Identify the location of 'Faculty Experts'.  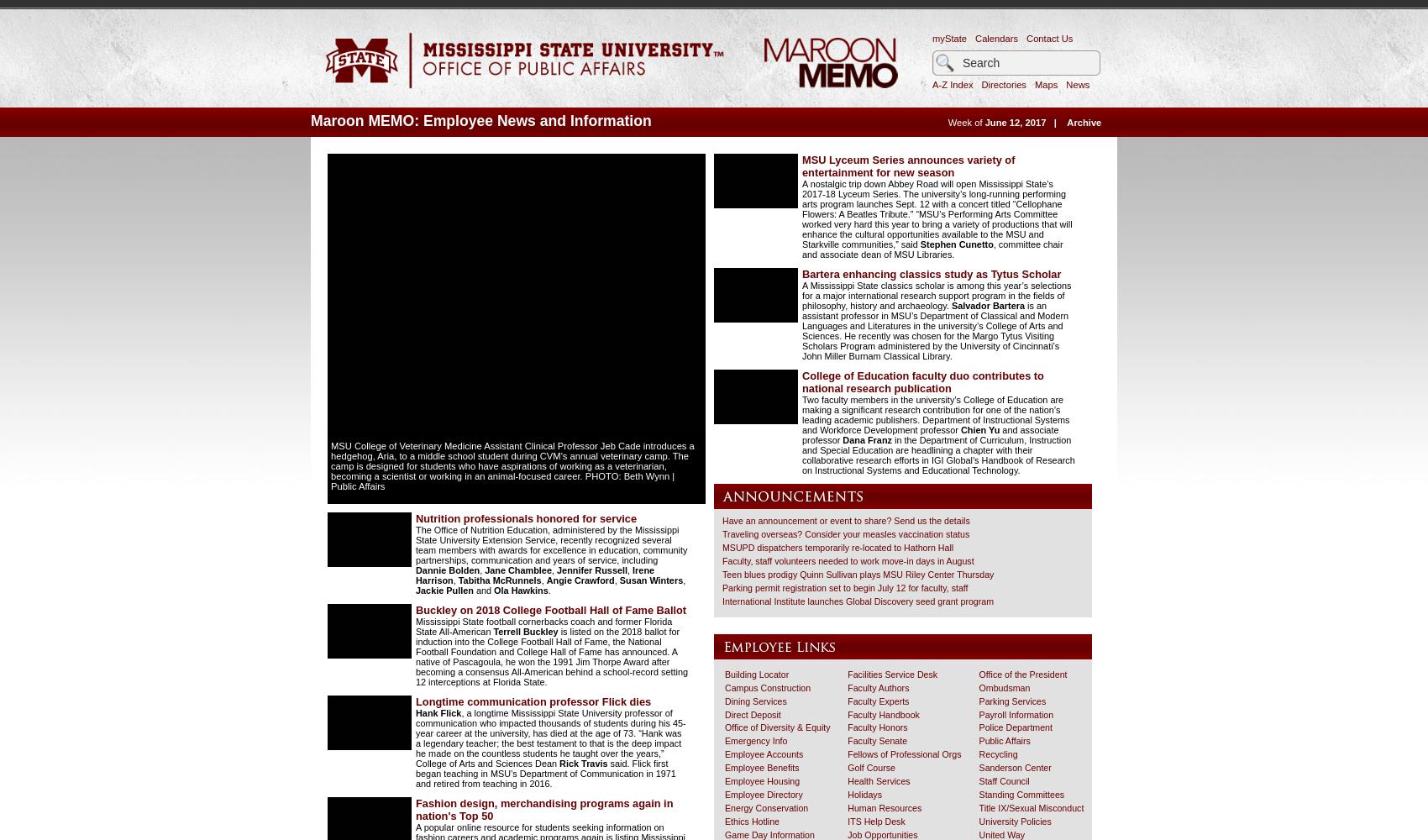
(877, 700).